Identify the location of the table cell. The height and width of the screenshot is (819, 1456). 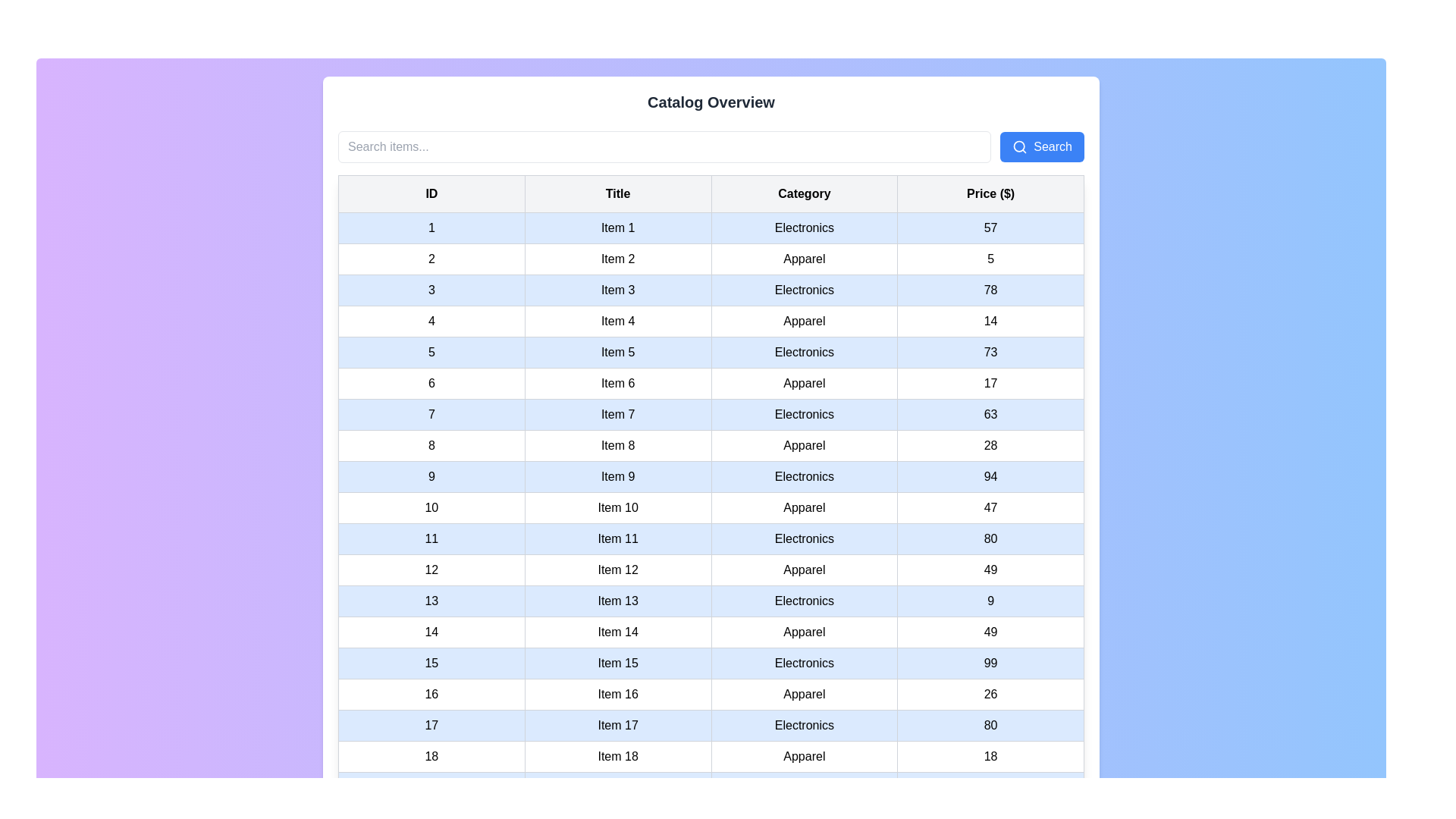
(431, 508).